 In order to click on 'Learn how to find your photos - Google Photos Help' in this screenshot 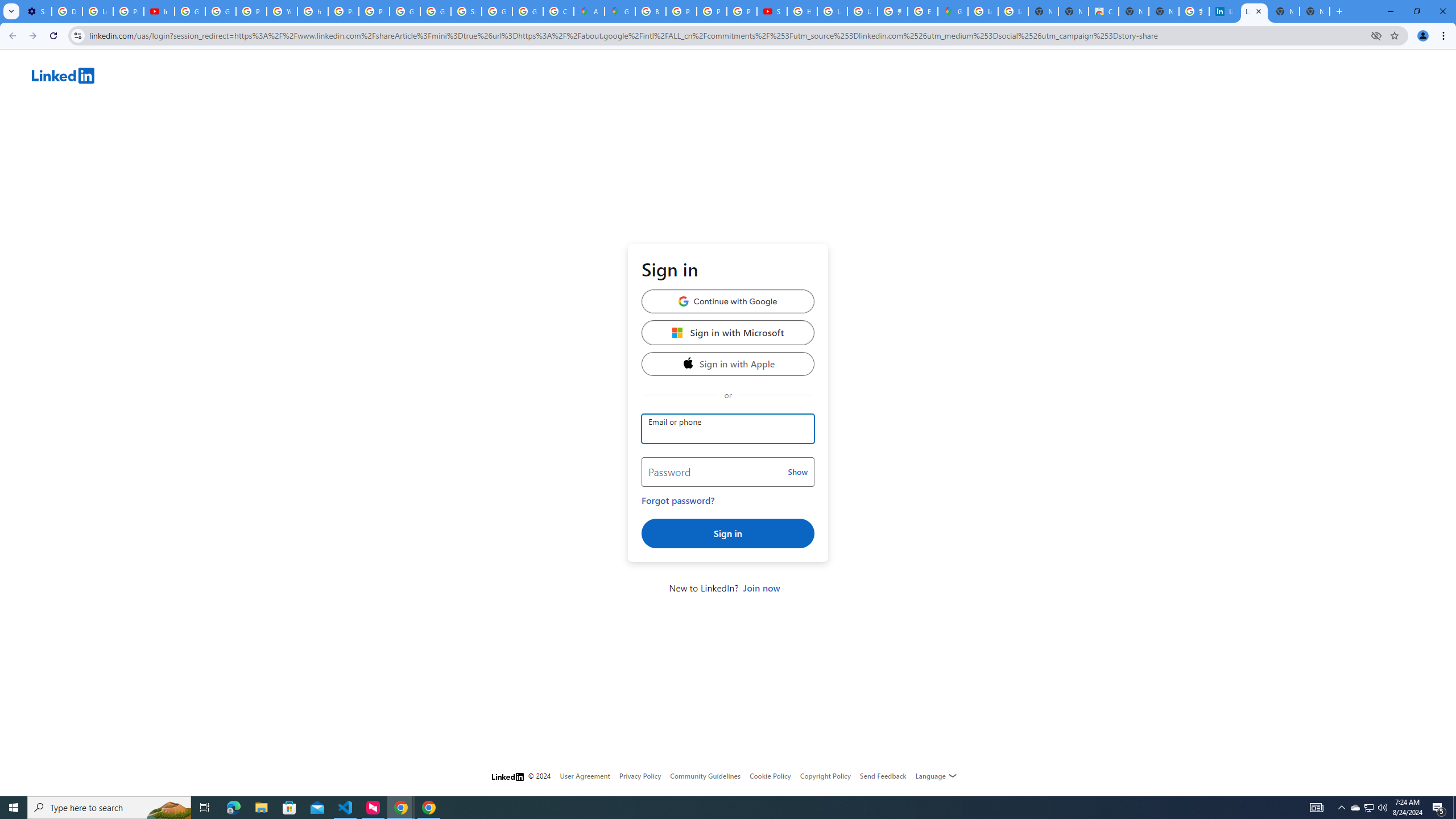, I will do `click(97, 11)`.